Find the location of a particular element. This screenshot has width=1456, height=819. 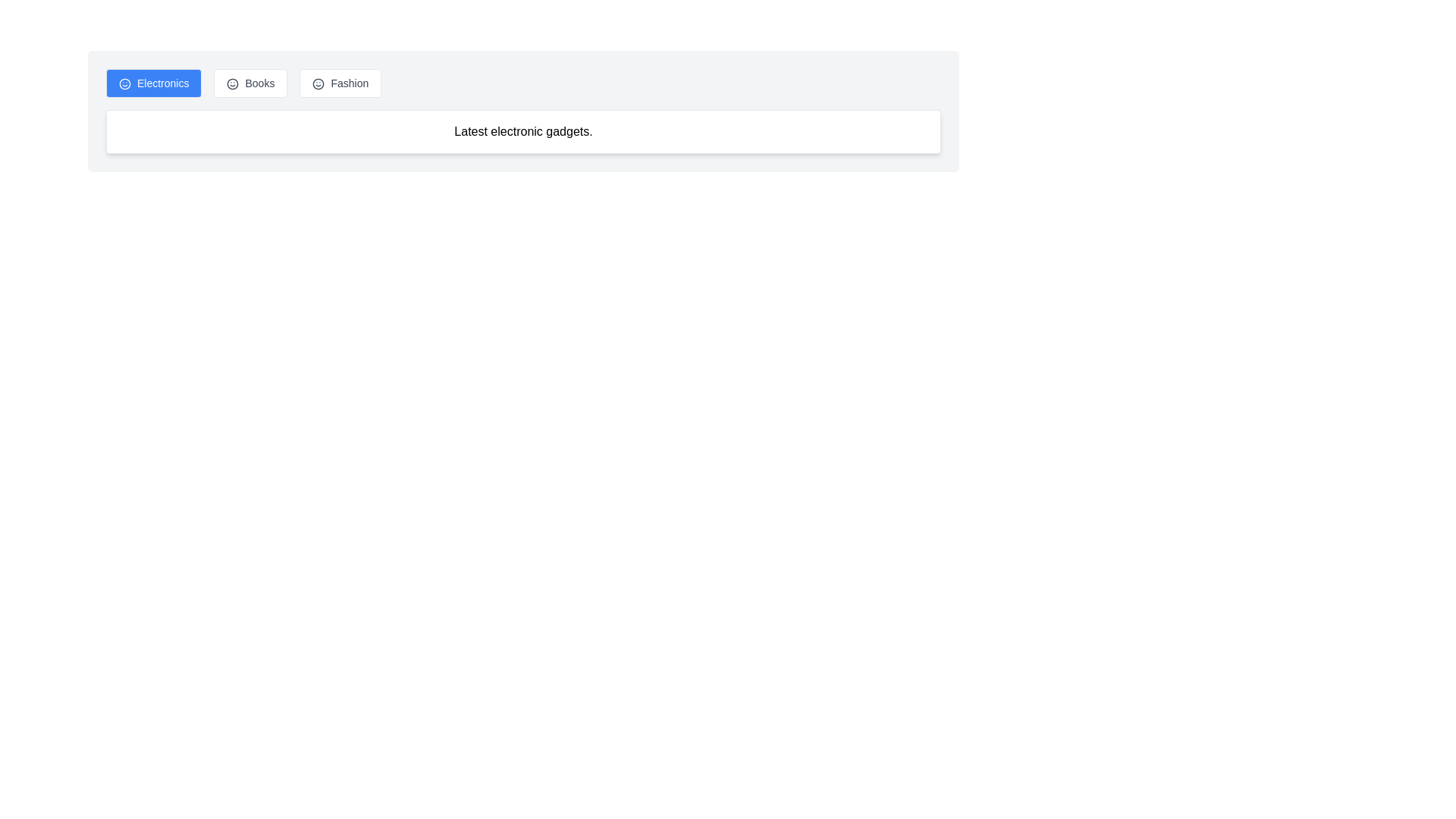

the smiley face icon located within the 'Fashion' button, which is the third button in a group at the top-center of the interface is located at coordinates (318, 84).